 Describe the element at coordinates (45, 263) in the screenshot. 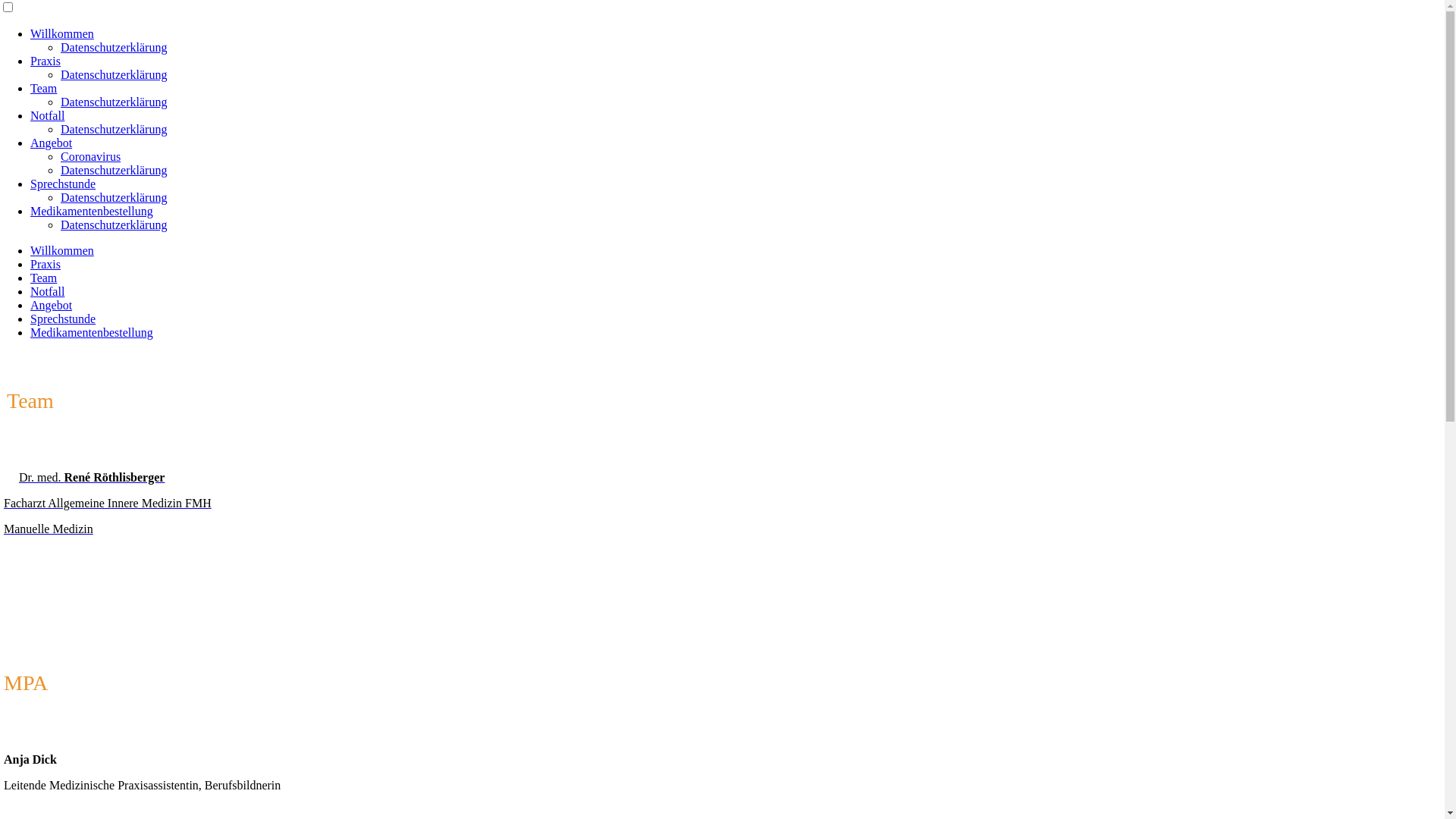

I see `'Praxis'` at that location.